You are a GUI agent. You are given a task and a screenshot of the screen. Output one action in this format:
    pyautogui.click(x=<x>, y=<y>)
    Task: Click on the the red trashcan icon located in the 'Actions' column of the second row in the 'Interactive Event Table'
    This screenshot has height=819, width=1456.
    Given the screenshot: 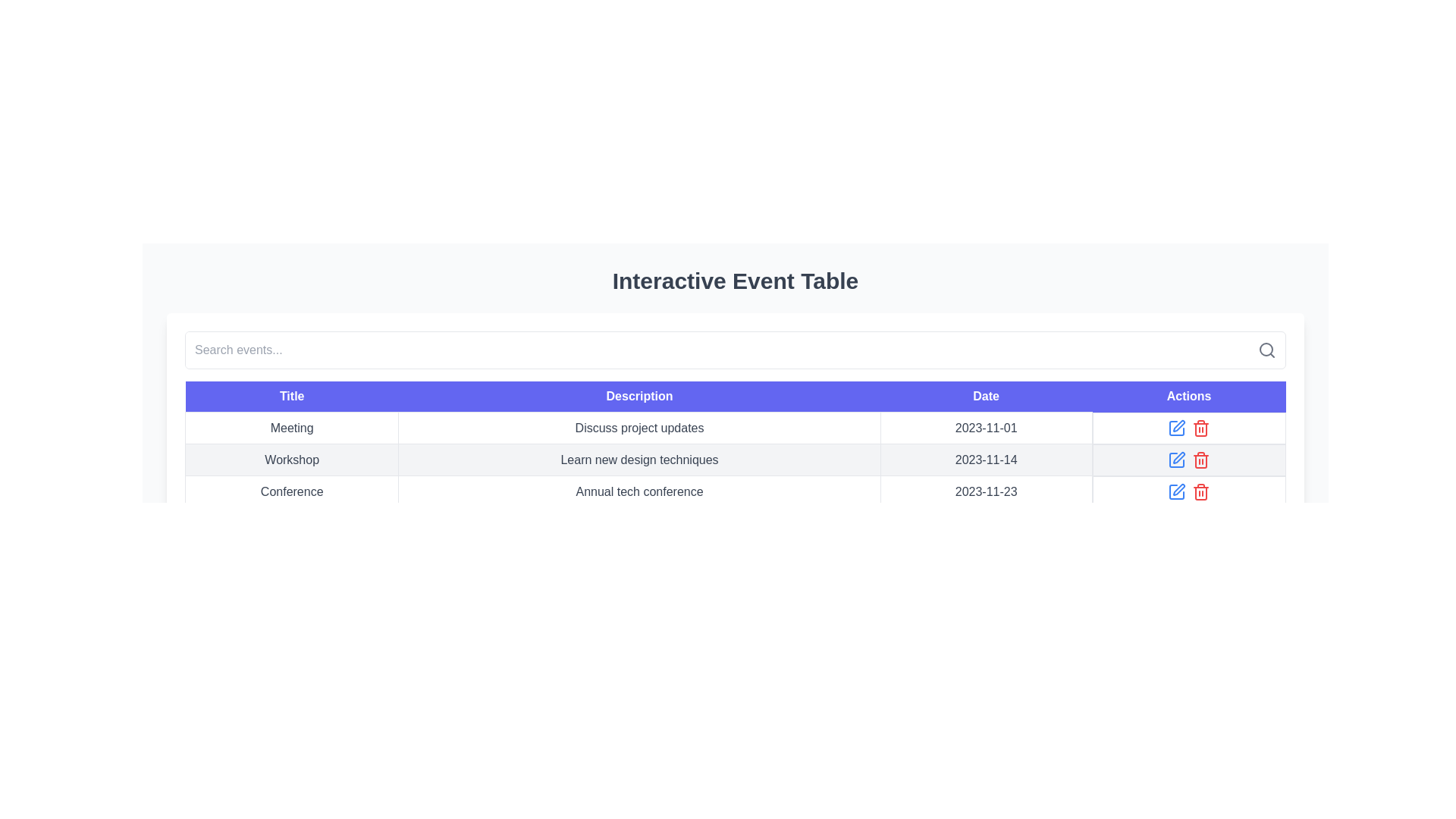 What is the action you would take?
    pyautogui.click(x=1200, y=459)
    